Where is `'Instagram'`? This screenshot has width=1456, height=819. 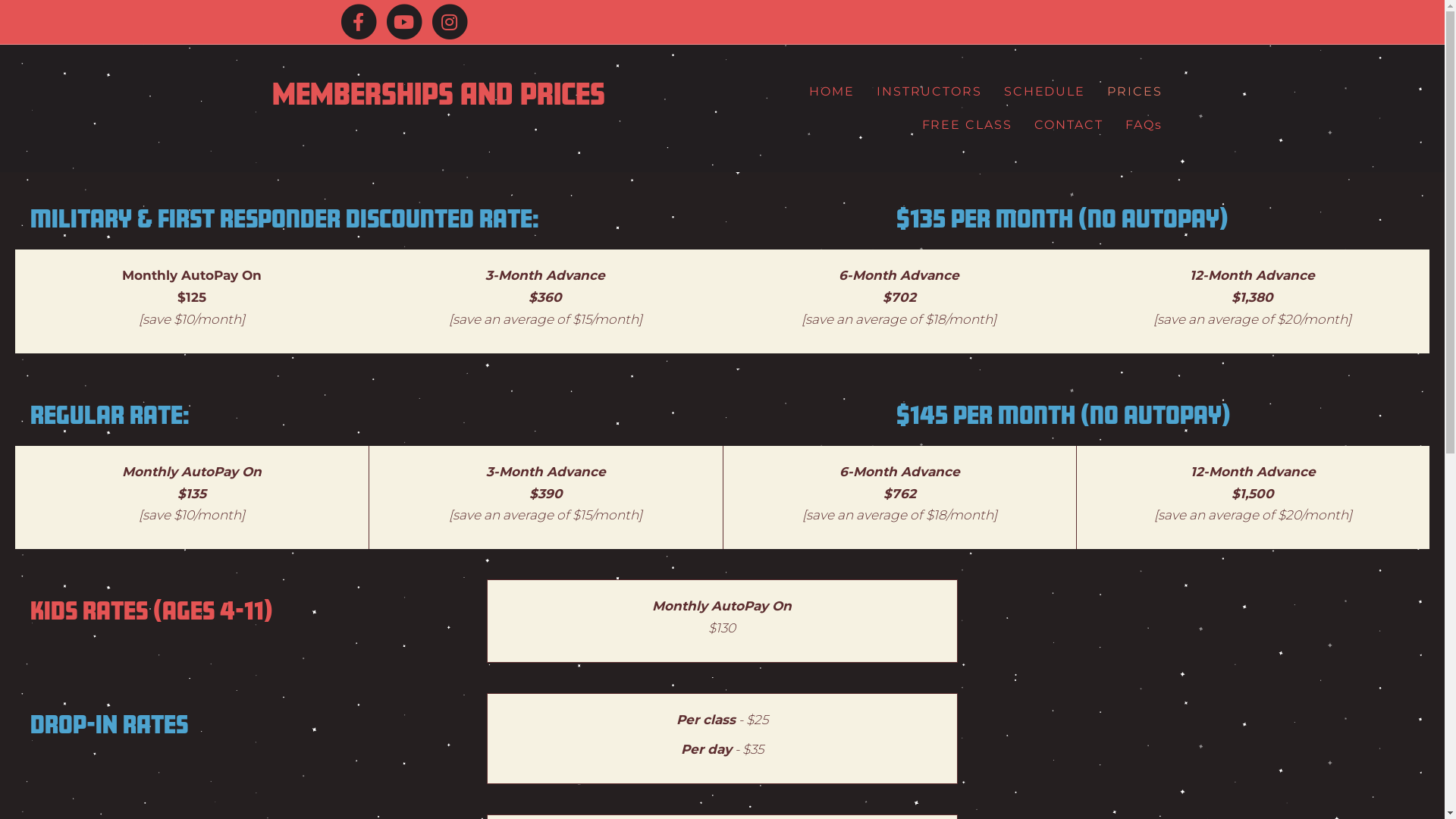
'Instagram' is located at coordinates (447, 22).